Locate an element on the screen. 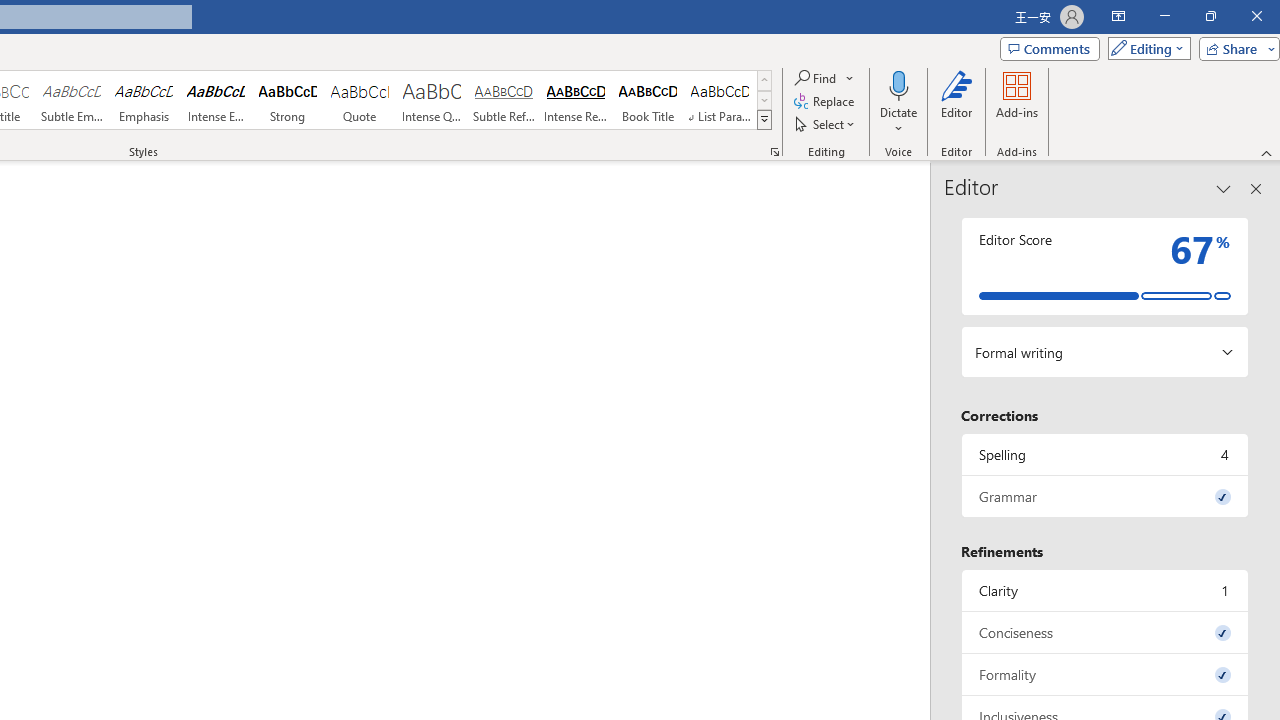  'Task Pane Options' is located at coordinates (1223, 189).